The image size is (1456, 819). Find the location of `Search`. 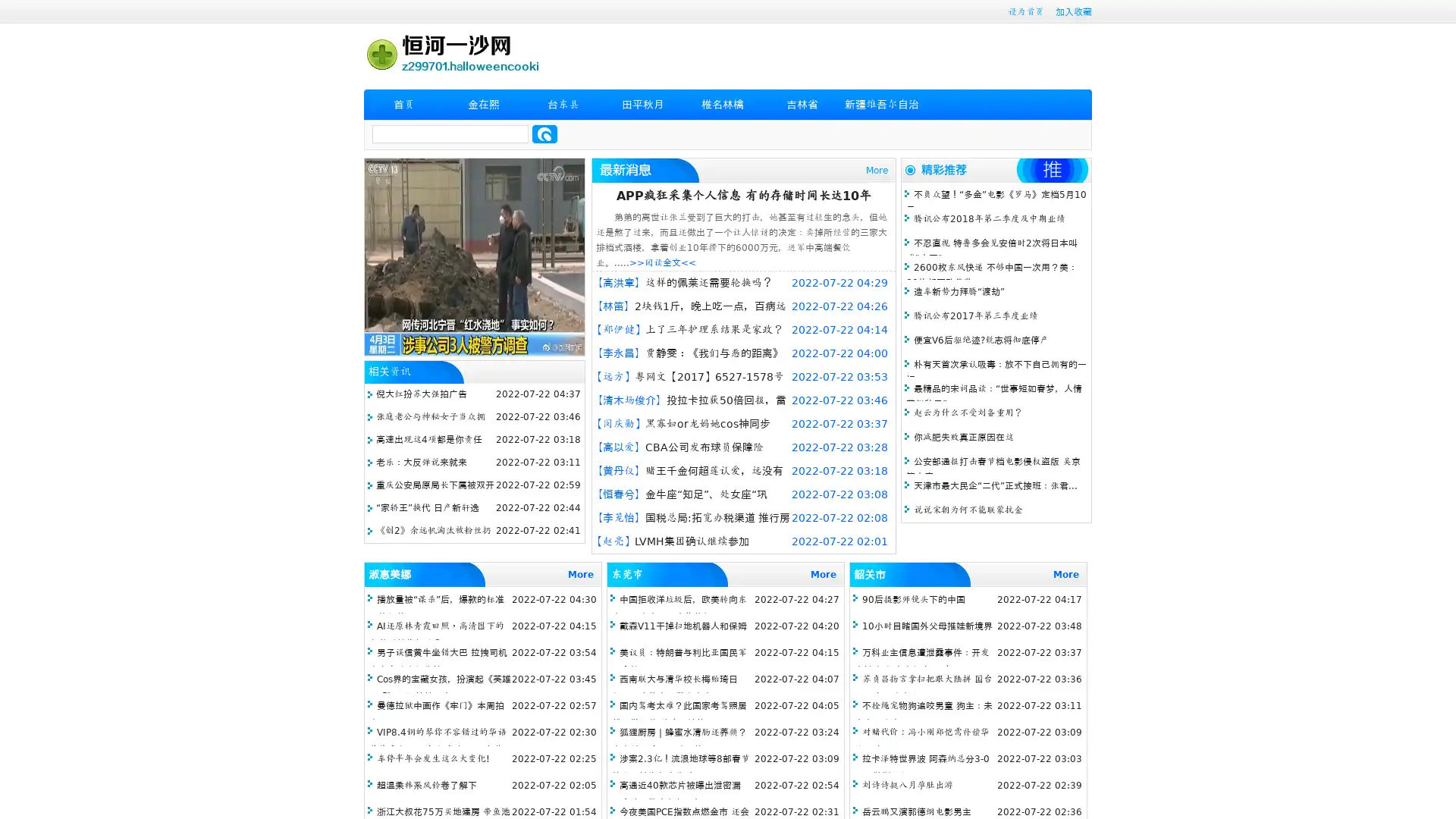

Search is located at coordinates (544, 133).